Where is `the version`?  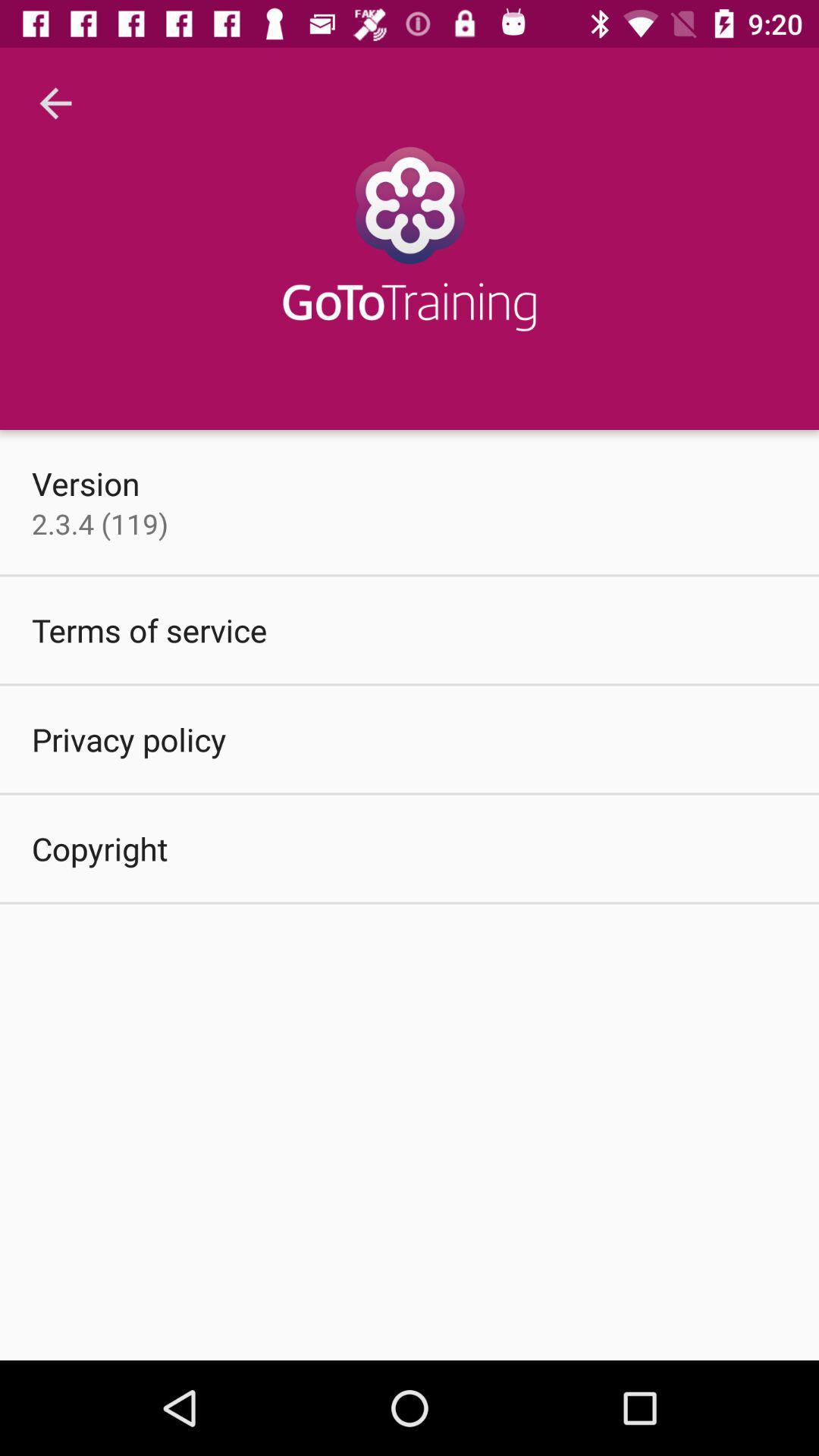 the version is located at coordinates (86, 482).